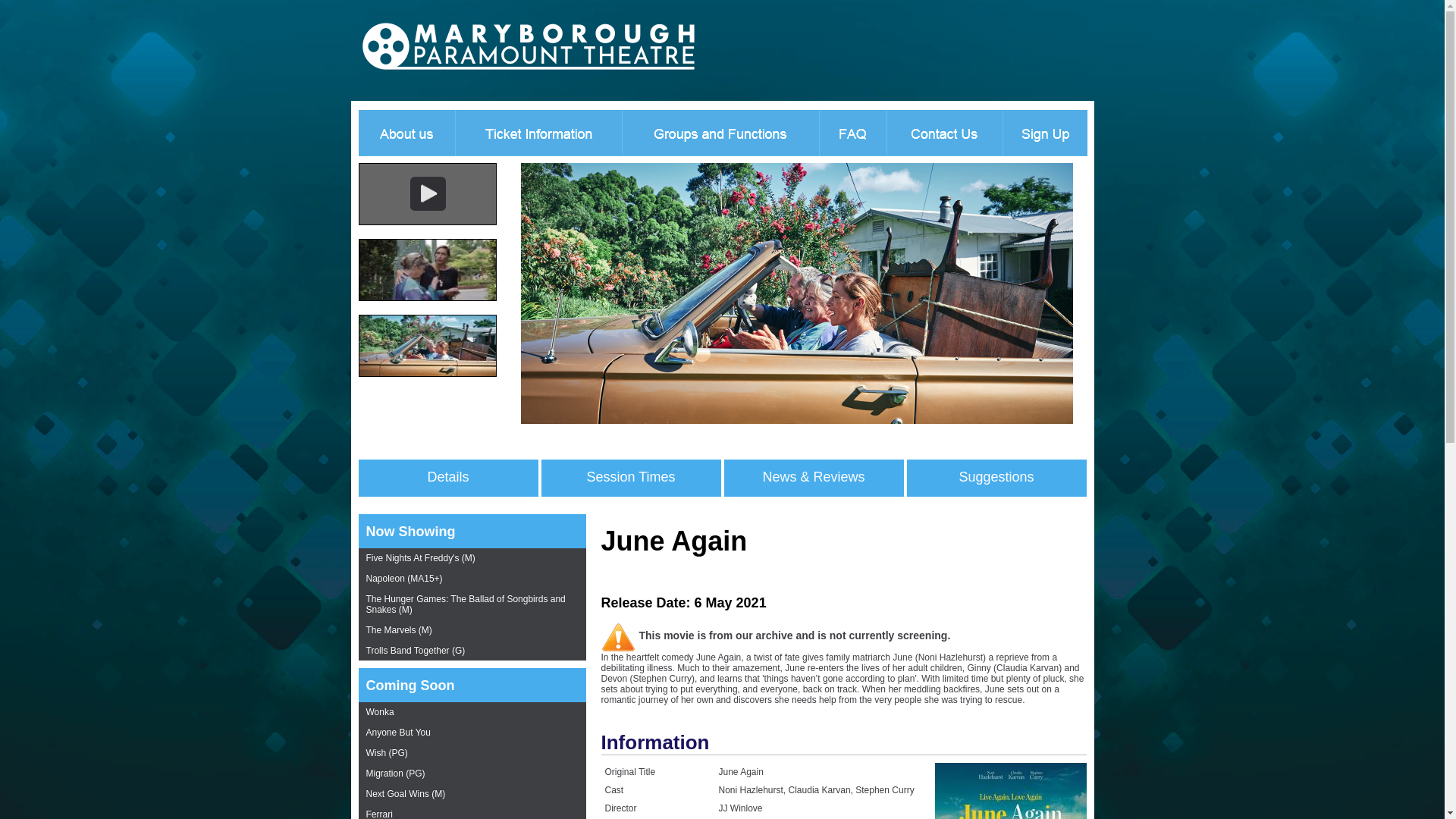 Image resolution: width=1456 pixels, height=819 pixels. What do you see at coordinates (520, 421) in the screenshot?
I see `'Photo: June Again'` at bounding box center [520, 421].